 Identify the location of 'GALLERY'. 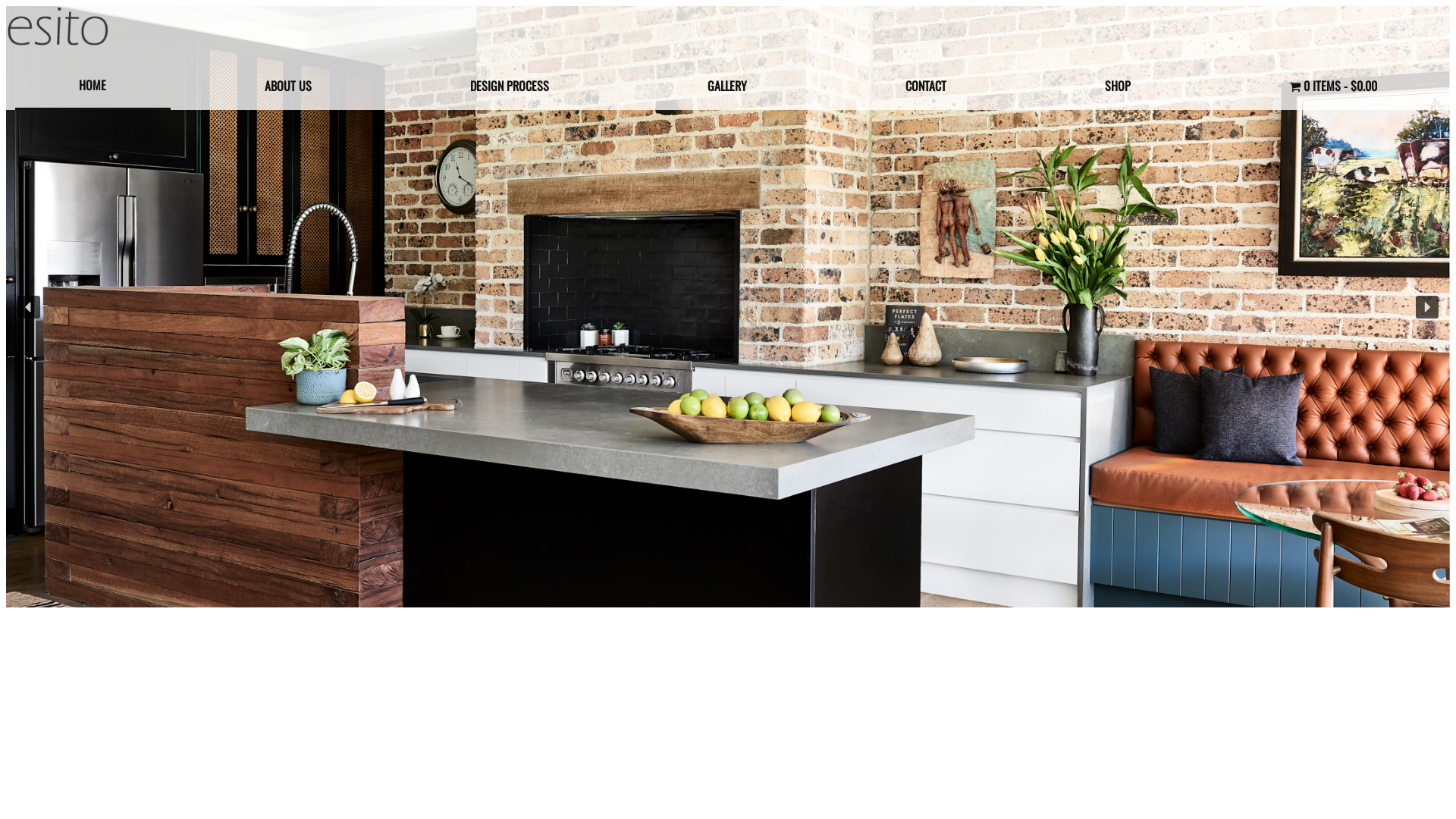
(726, 85).